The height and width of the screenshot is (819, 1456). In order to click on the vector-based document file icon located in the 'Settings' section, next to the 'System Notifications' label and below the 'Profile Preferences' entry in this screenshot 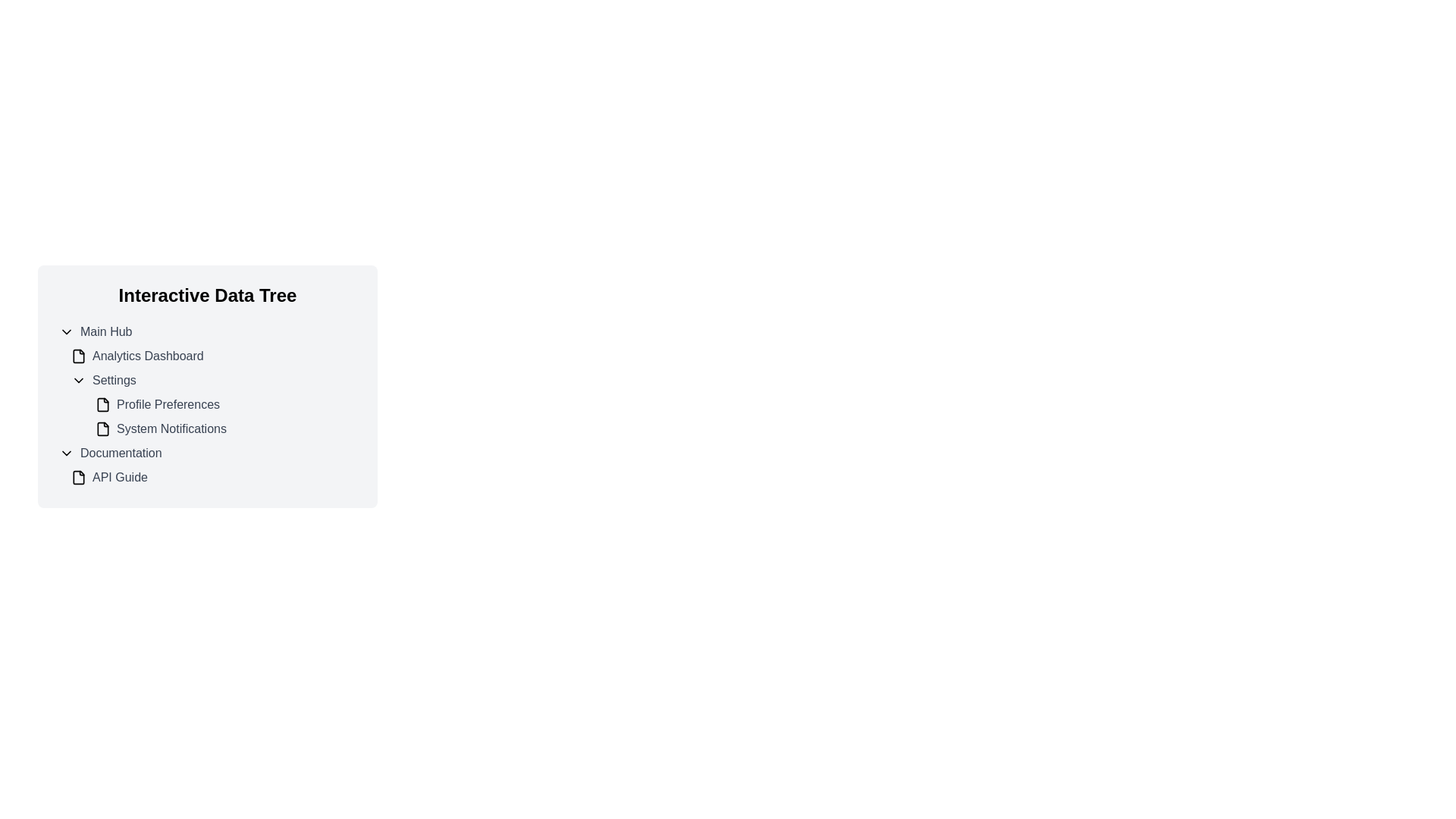, I will do `click(102, 429)`.